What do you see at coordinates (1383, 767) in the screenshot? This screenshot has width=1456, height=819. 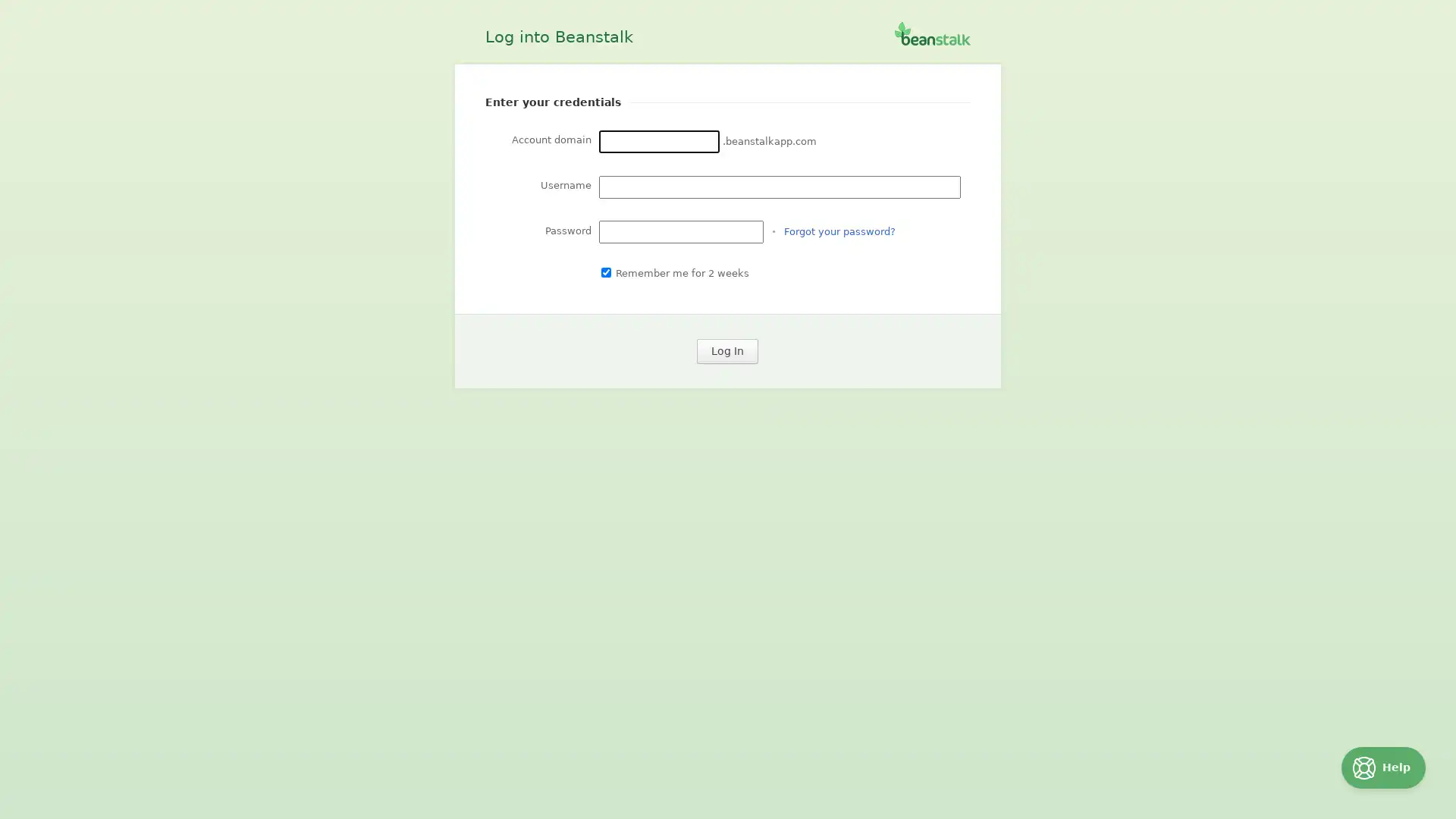 I see `Help` at bounding box center [1383, 767].